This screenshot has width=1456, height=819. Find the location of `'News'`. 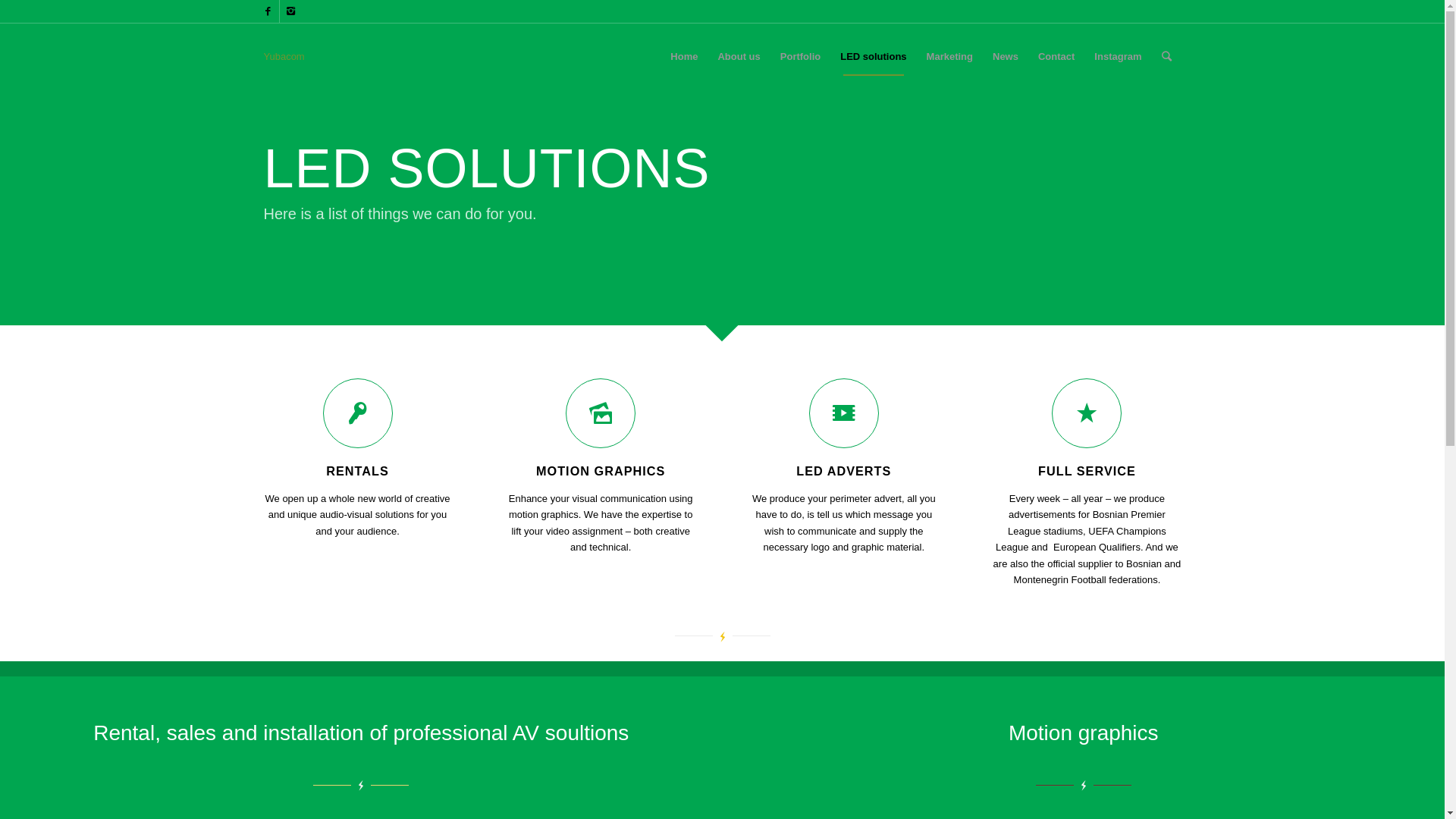

'News' is located at coordinates (1005, 55).